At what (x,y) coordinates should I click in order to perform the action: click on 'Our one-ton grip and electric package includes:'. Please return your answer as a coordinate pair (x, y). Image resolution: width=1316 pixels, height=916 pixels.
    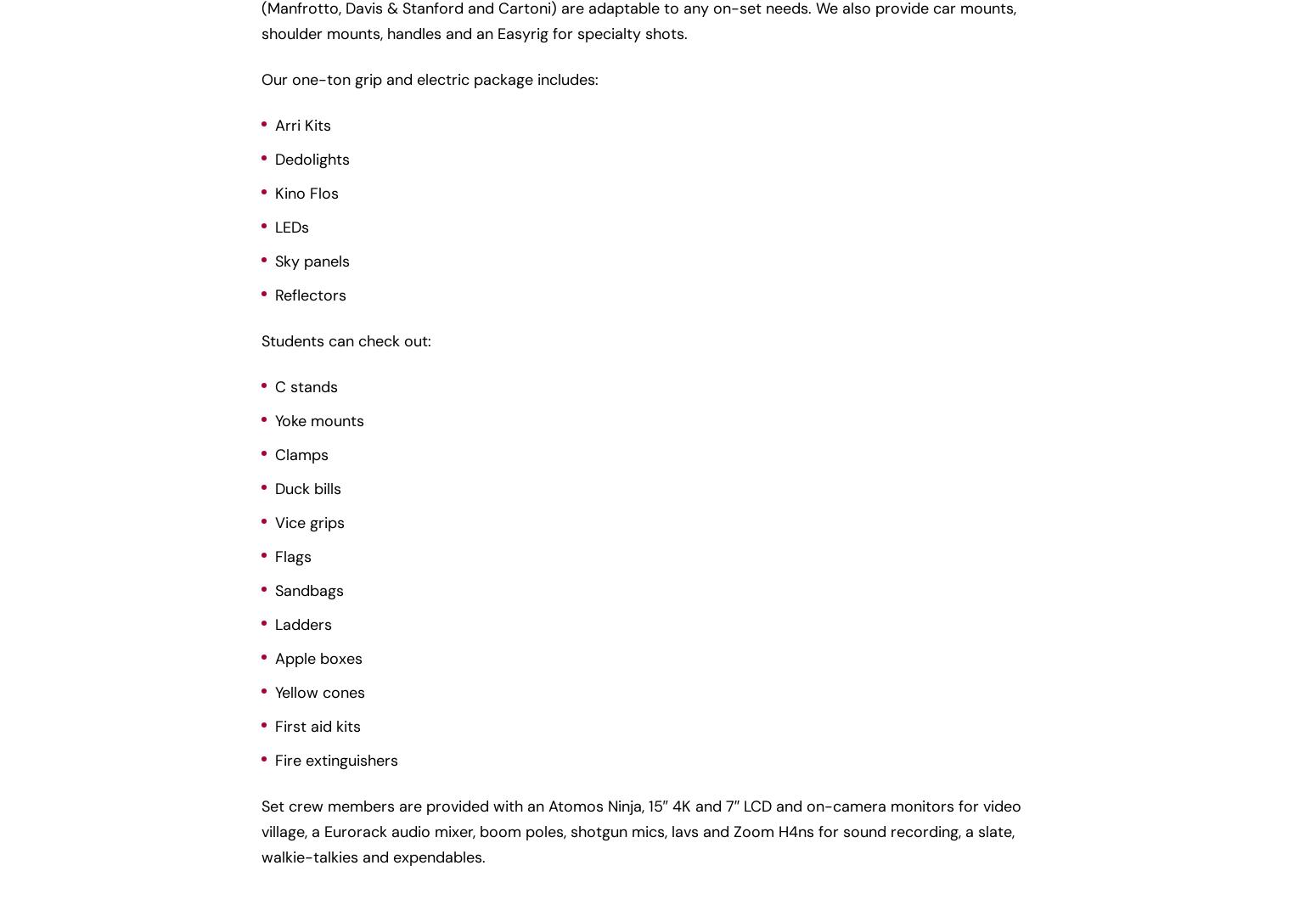
    Looking at the image, I should click on (430, 79).